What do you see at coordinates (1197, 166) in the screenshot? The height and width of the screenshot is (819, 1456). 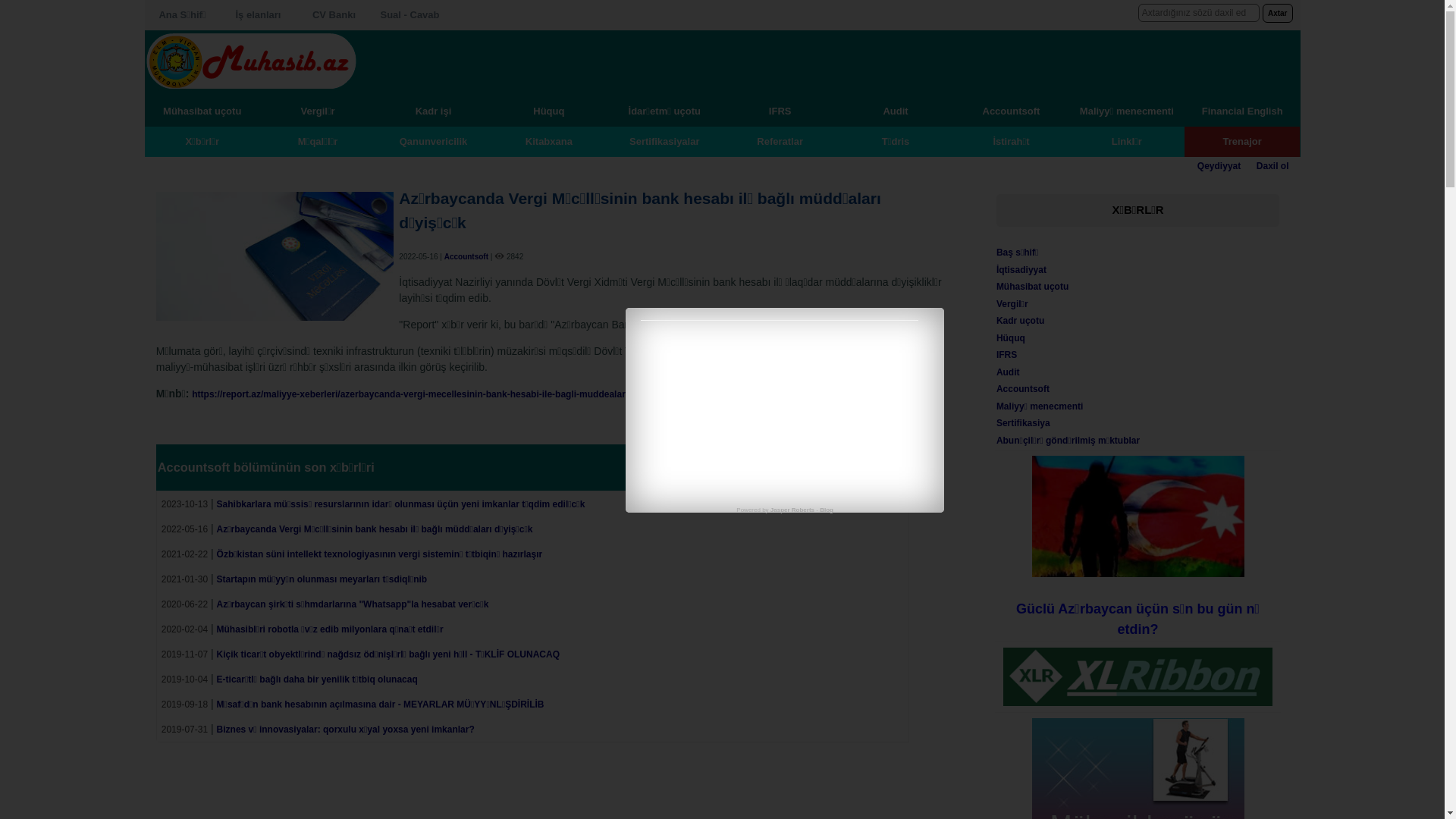 I see `'Qeydiyyat'` at bounding box center [1197, 166].